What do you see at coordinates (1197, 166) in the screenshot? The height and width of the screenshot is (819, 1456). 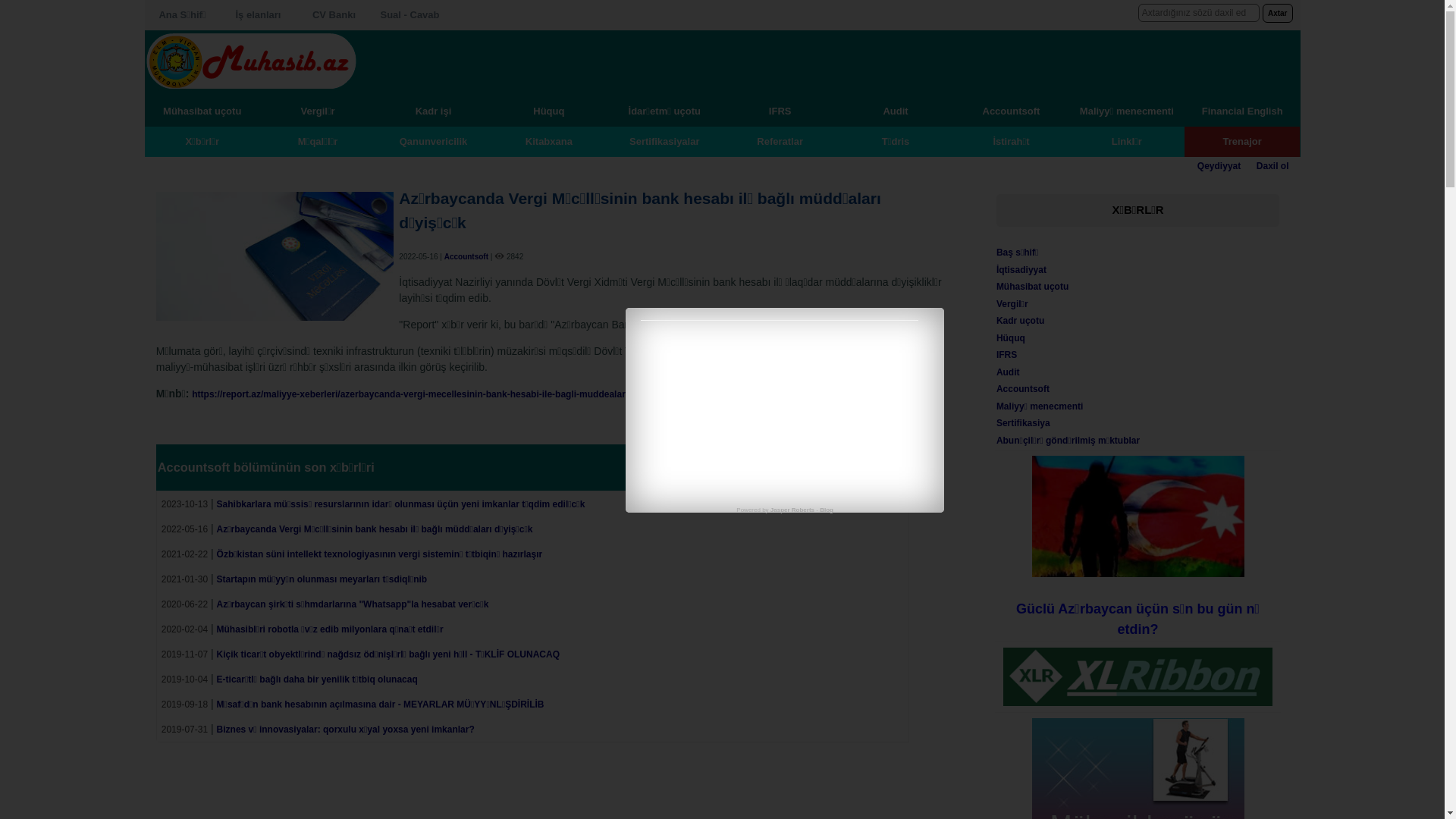 I see `'Qeydiyyat'` at bounding box center [1197, 166].